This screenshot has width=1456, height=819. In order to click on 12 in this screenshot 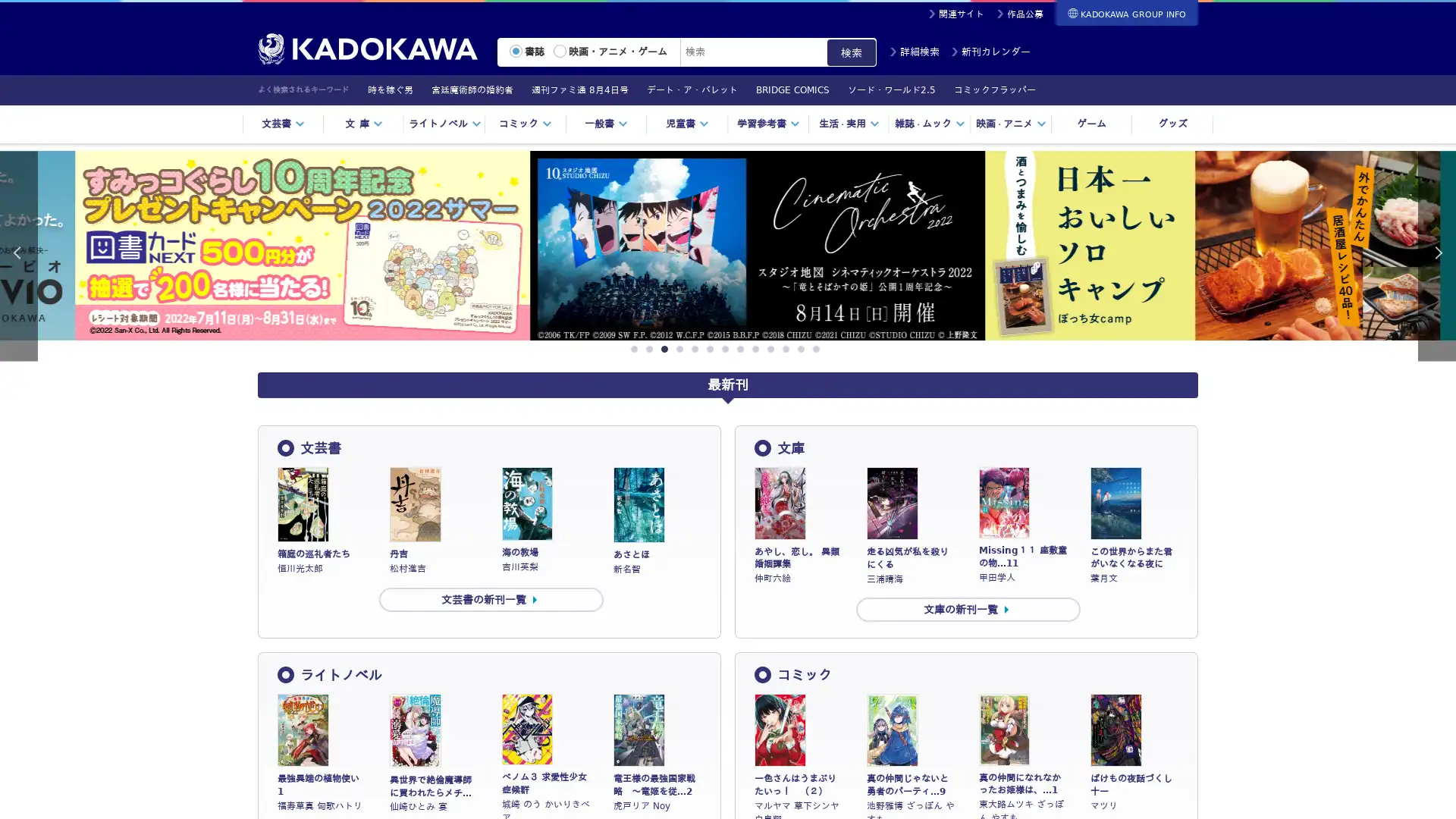, I will do `click(803, 350)`.